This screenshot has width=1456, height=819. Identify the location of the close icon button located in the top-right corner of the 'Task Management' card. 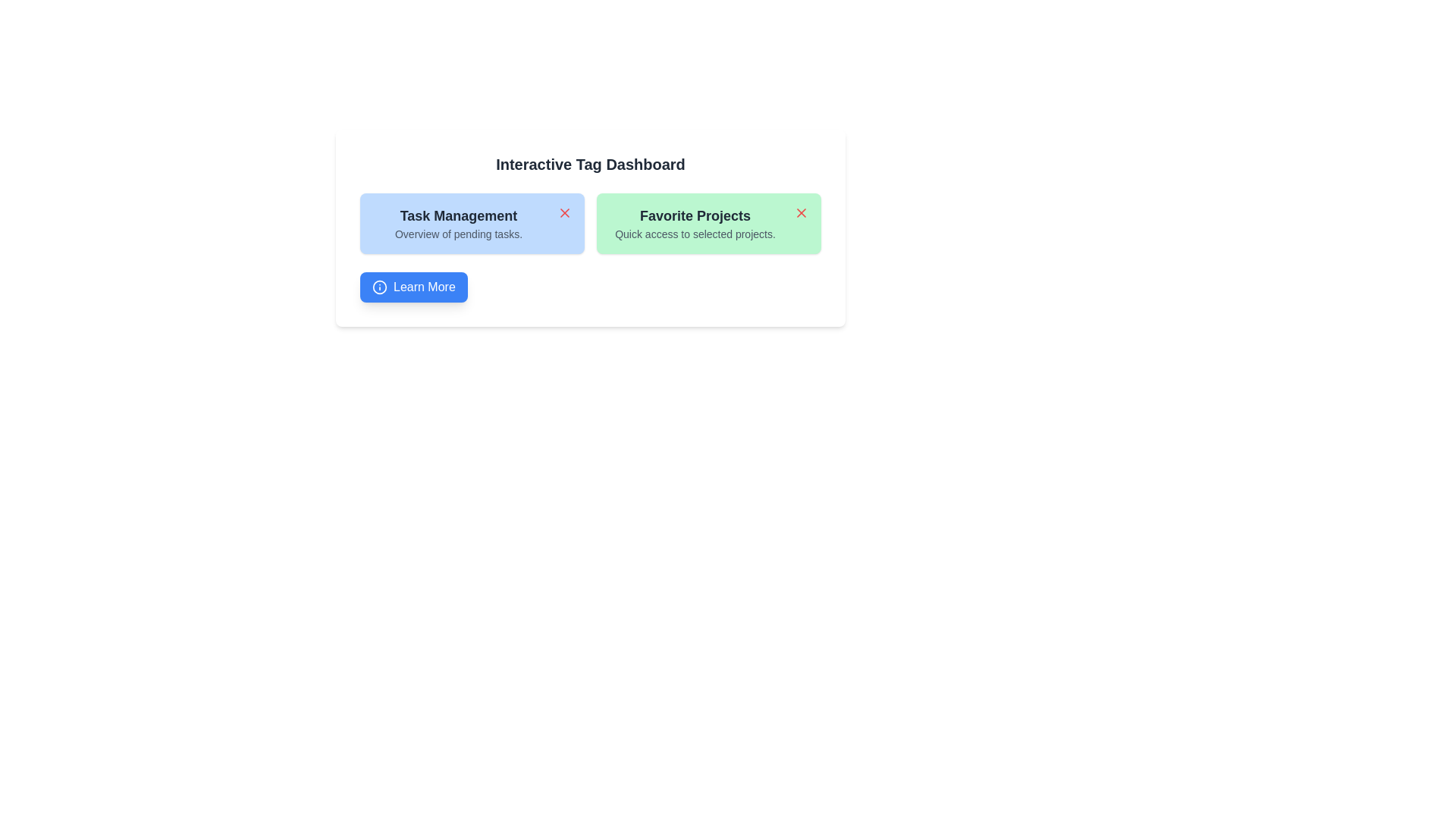
(563, 213).